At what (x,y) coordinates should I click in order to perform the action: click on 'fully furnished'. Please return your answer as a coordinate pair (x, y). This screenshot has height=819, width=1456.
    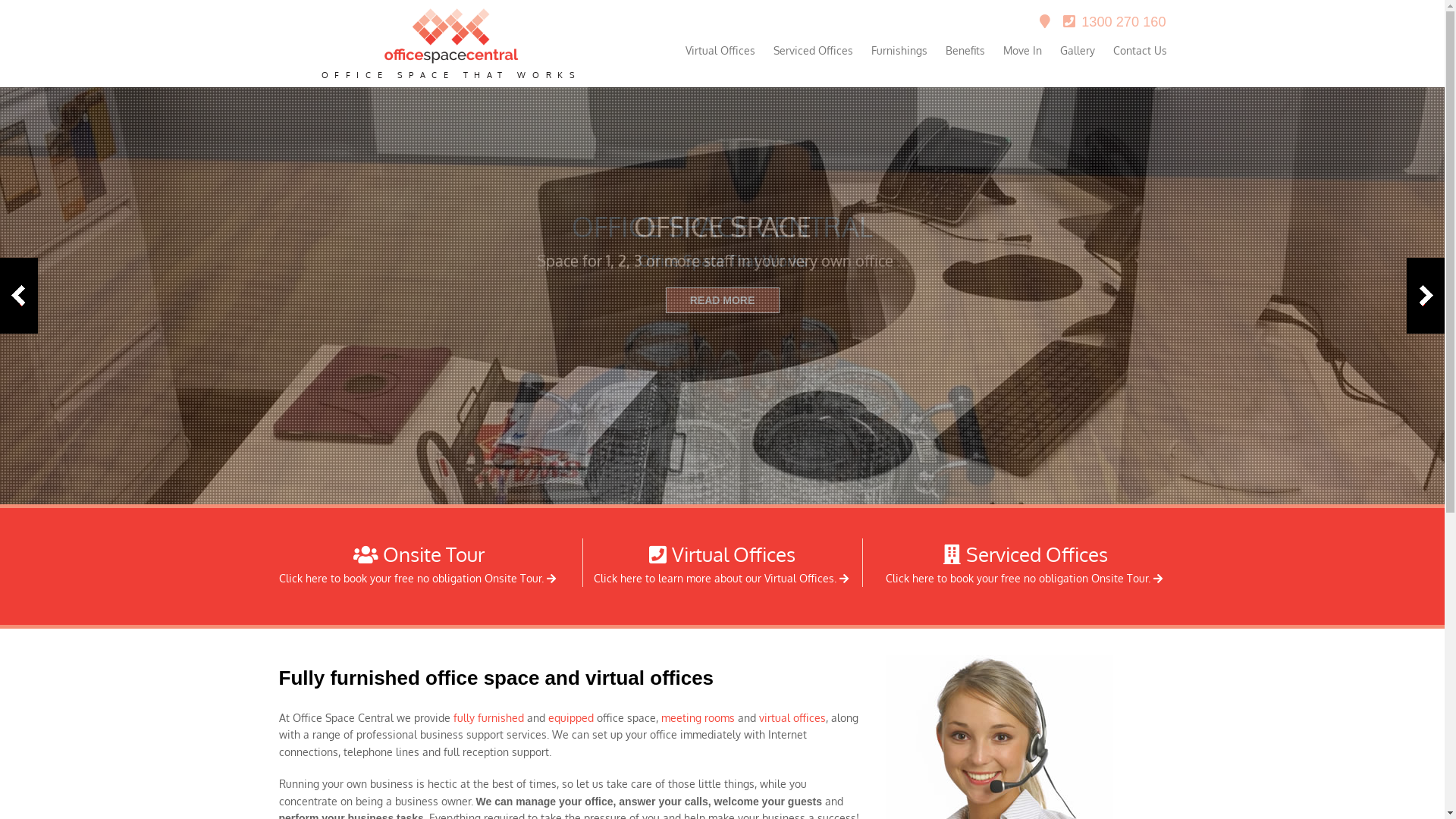
    Looking at the image, I should click on (488, 717).